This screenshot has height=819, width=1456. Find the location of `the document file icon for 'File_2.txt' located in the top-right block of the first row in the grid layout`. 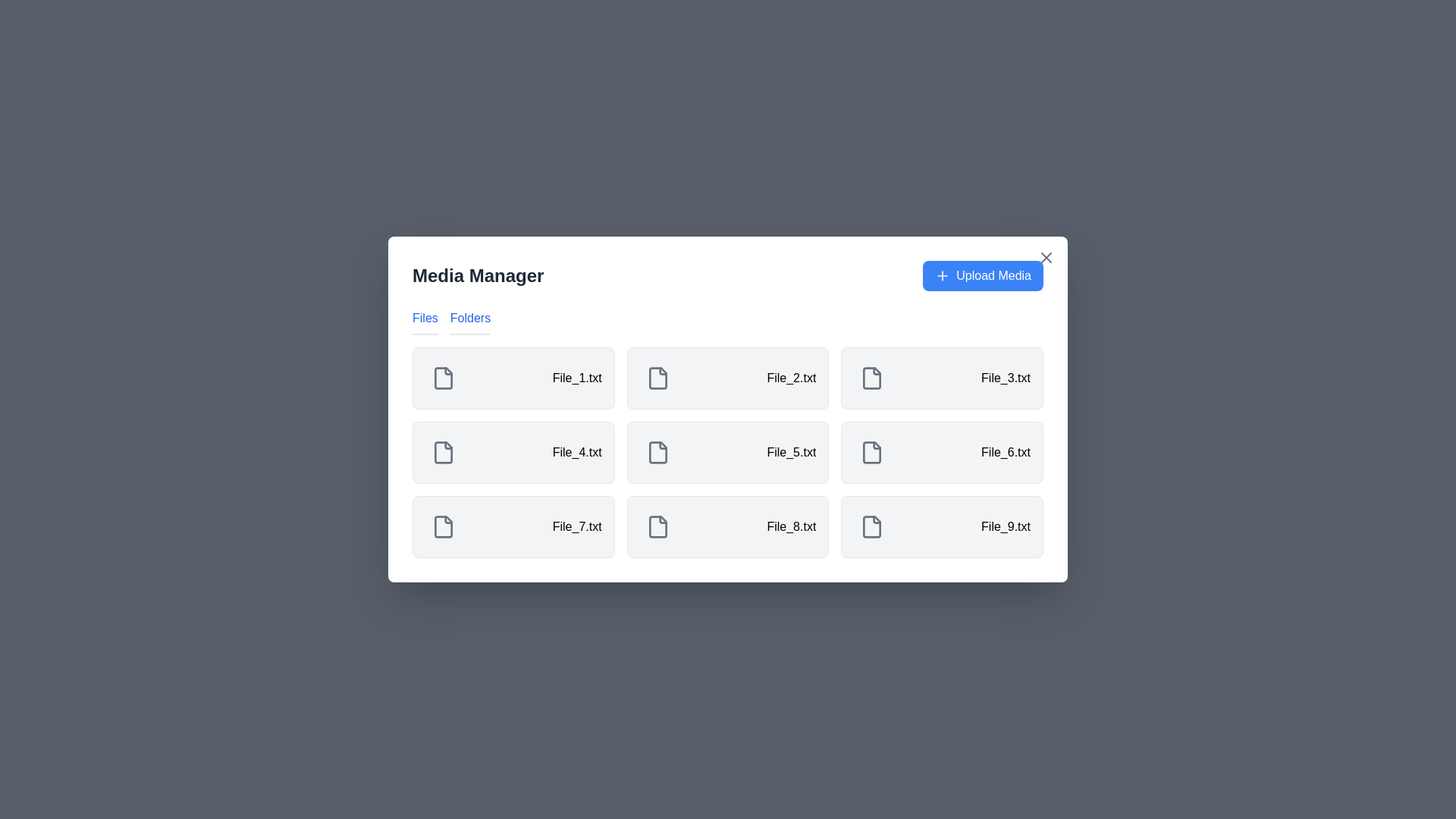

the document file icon for 'File_2.txt' located in the top-right block of the first row in the grid layout is located at coordinates (657, 377).